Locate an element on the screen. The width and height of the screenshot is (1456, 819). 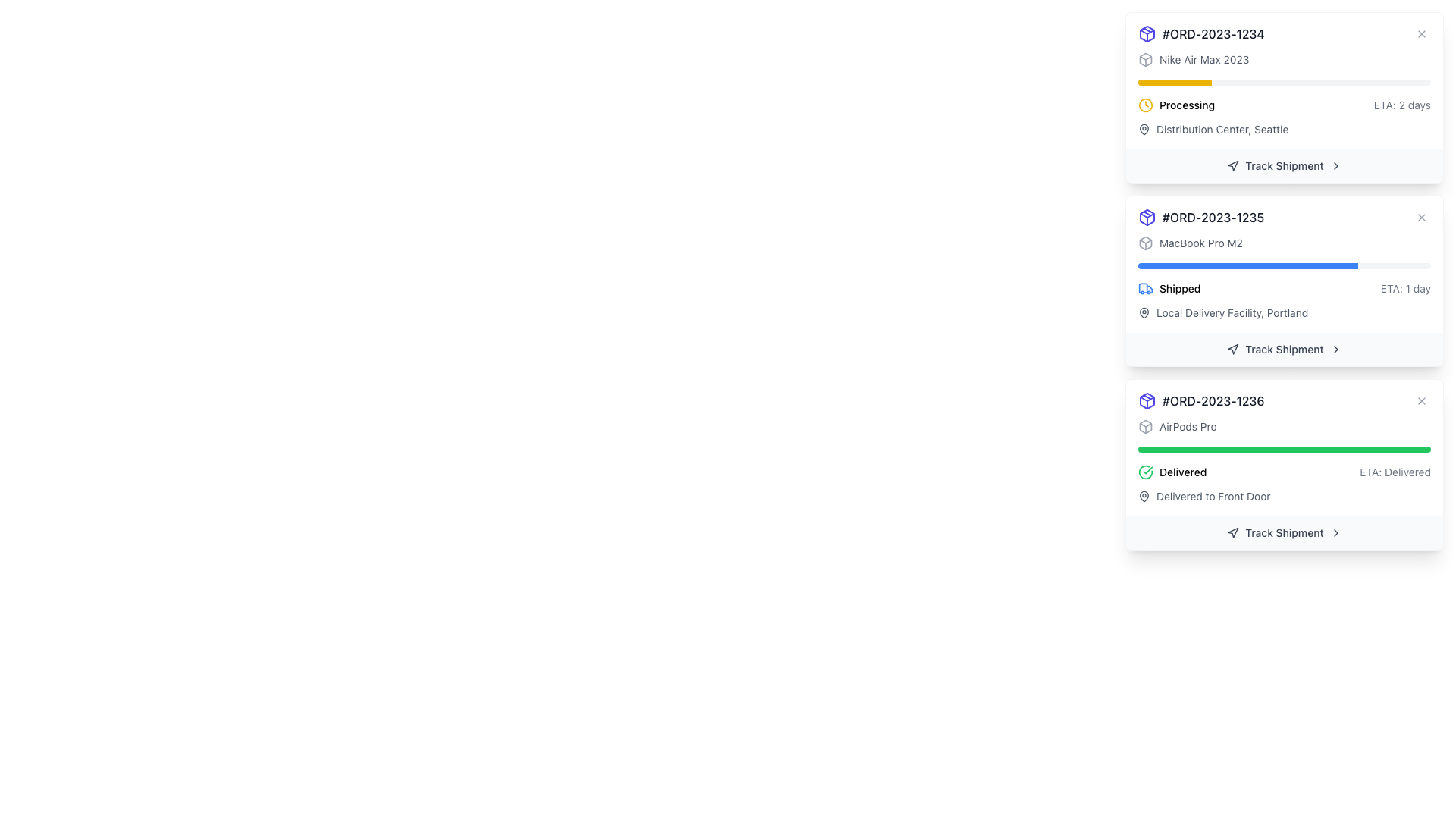
informational text that indicates the delivery location of the shipment, which is located in the bottommost card beneath the 'Delivered' status and aligned to the left of the 'Track Shipment' button is located at coordinates (1213, 497).